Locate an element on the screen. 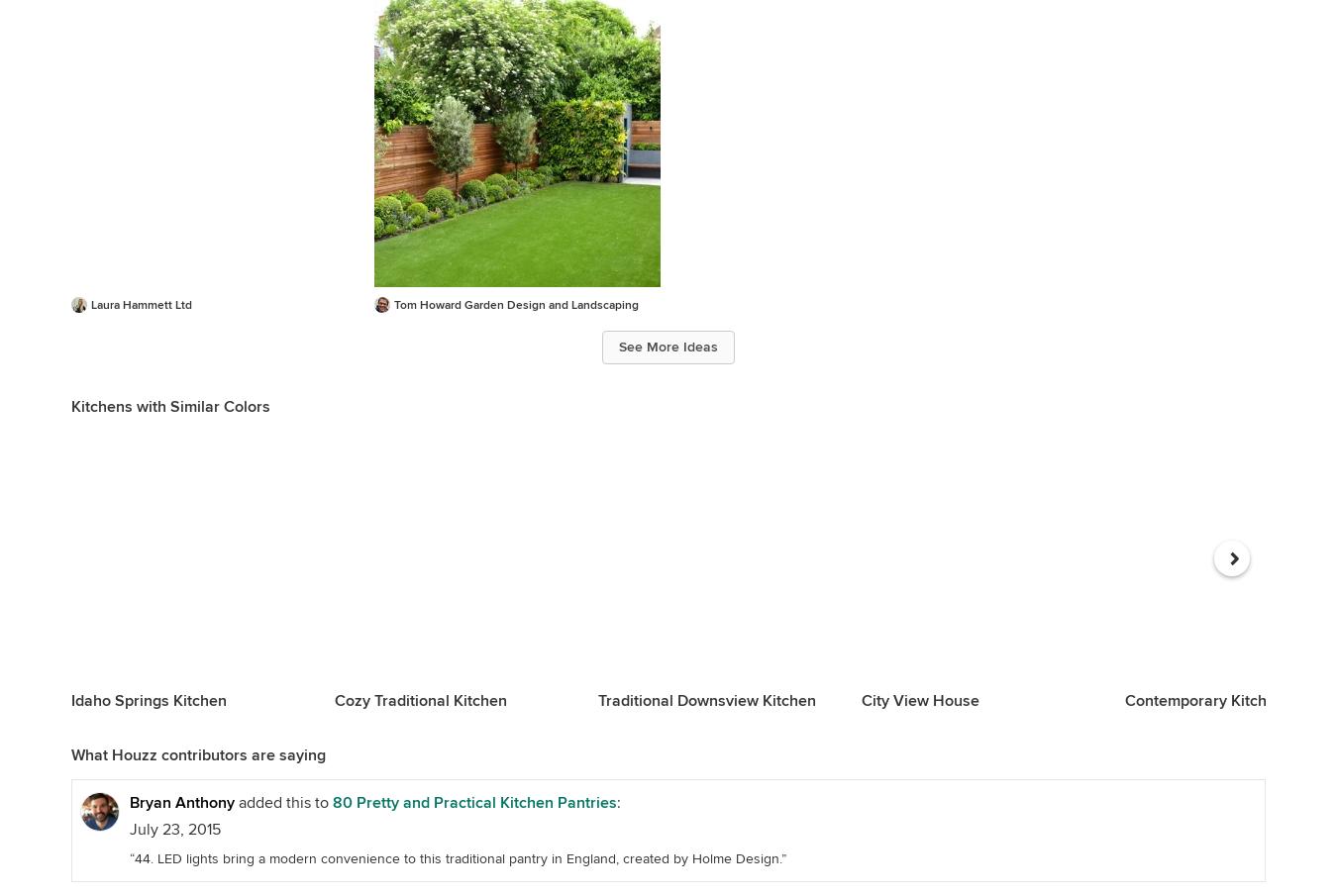  'See More Ideas' is located at coordinates (668, 345).